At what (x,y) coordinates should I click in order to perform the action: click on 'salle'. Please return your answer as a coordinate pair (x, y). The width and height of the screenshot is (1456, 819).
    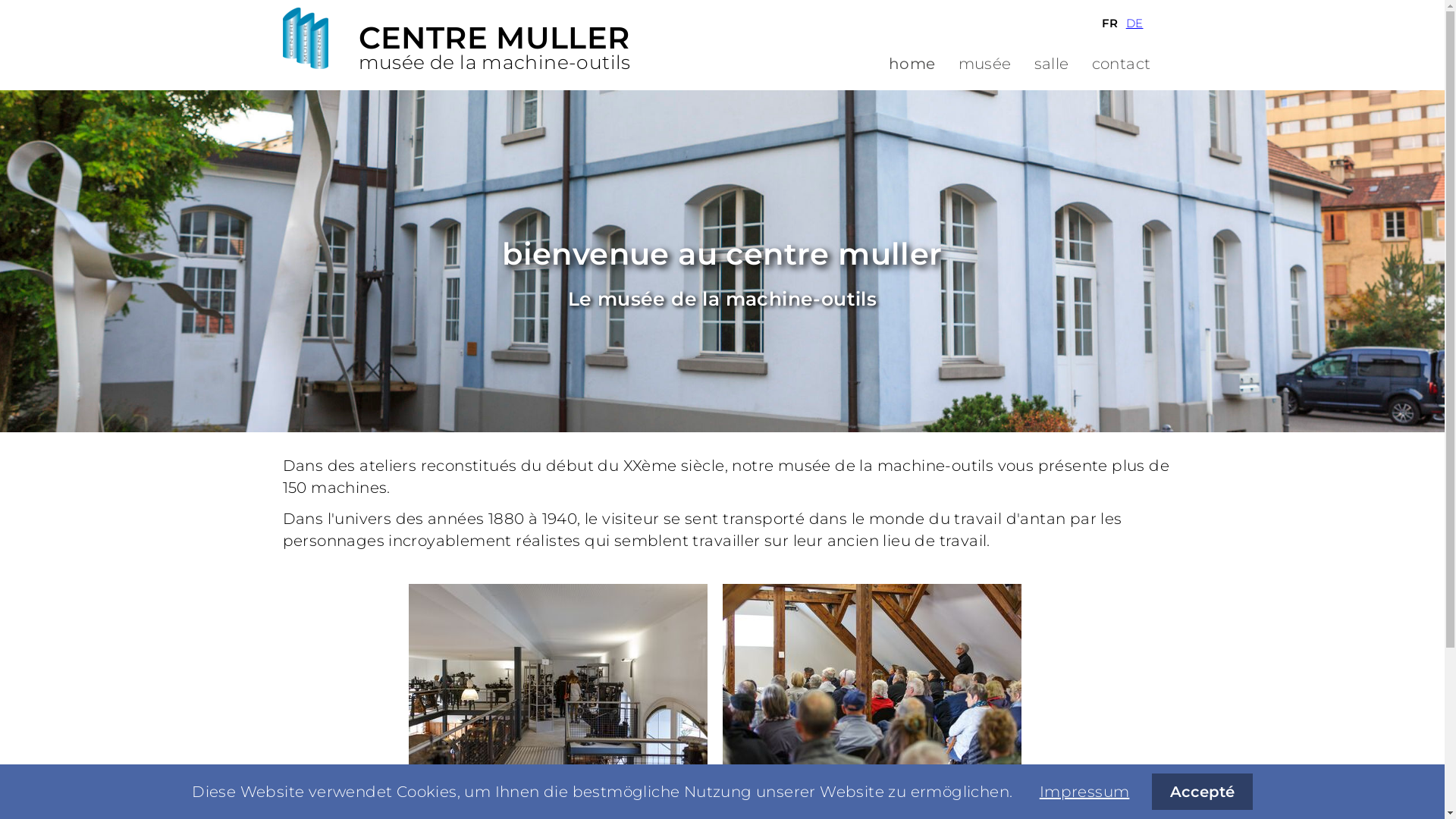
    Looking at the image, I should click on (1051, 63).